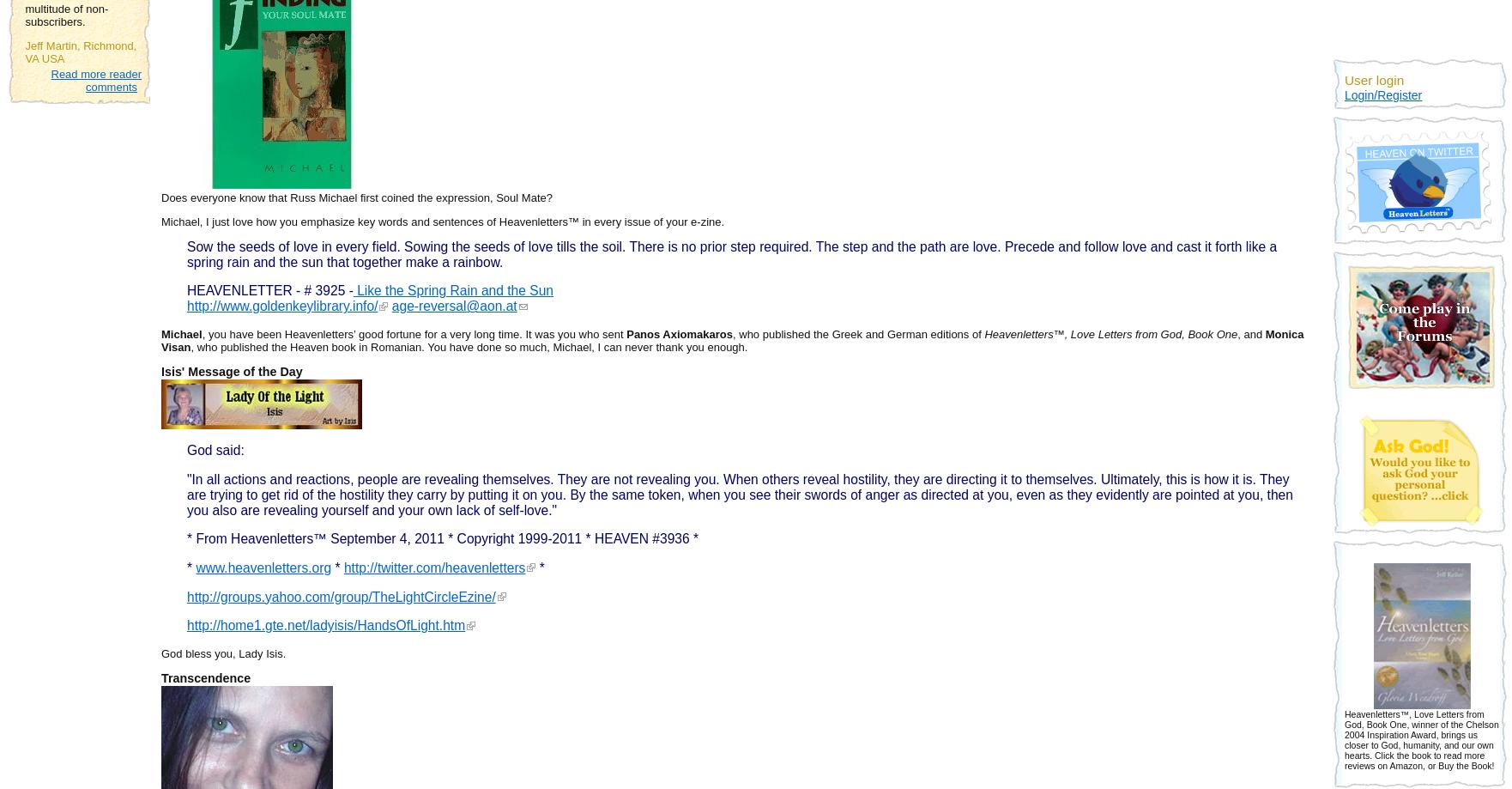 The image size is (1512, 789). What do you see at coordinates (858, 333) in the screenshot?
I see `', who published the Greek and German editions of'` at bounding box center [858, 333].